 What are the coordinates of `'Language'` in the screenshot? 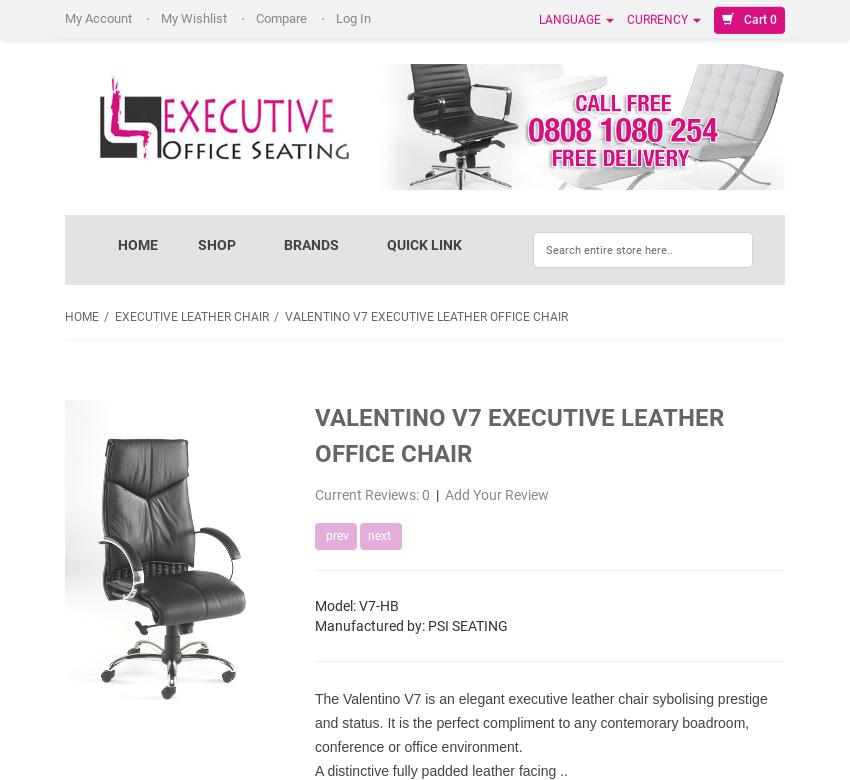 It's located at (571, 19).